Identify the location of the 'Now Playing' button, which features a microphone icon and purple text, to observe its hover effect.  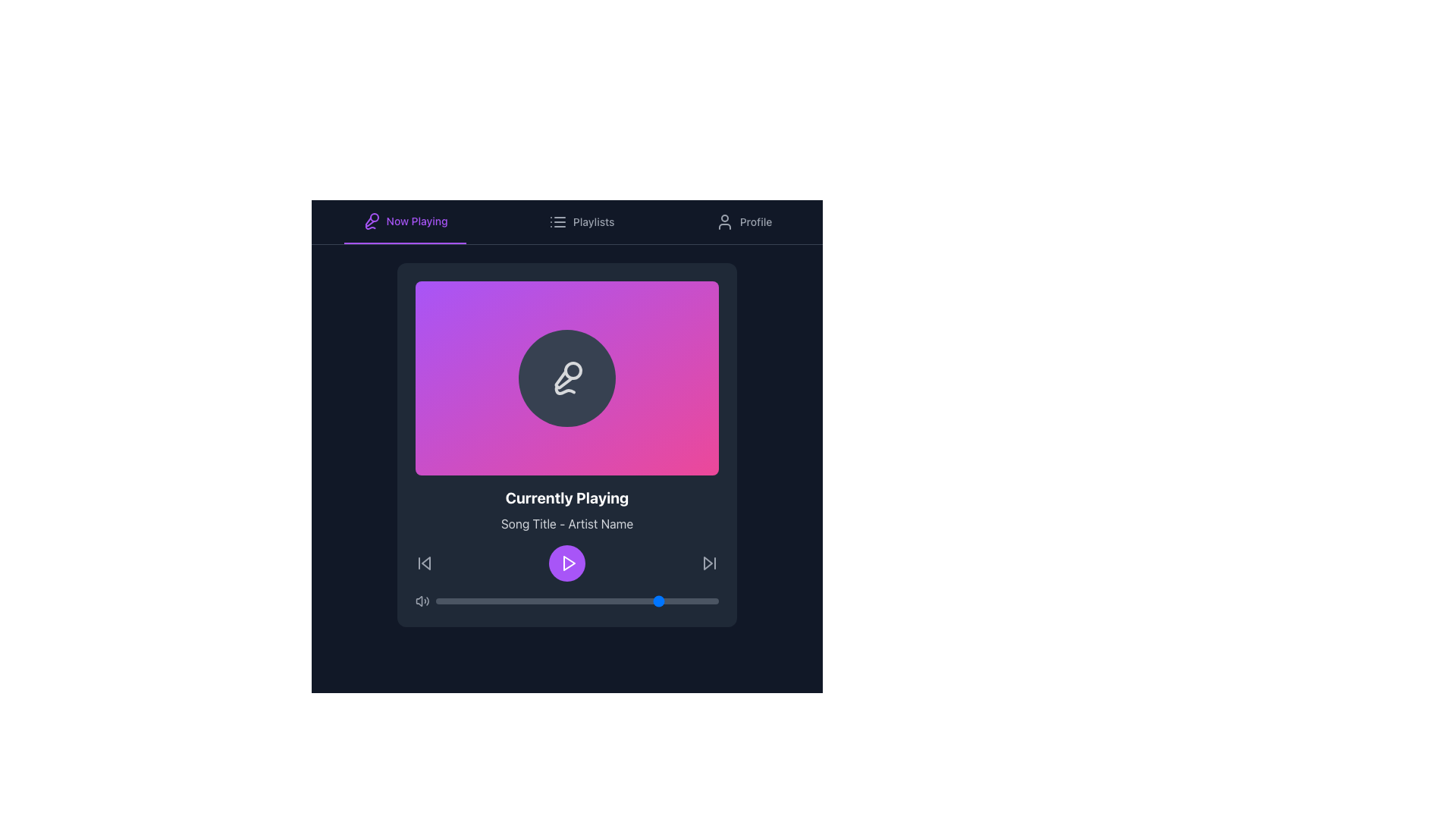
(405, 222).